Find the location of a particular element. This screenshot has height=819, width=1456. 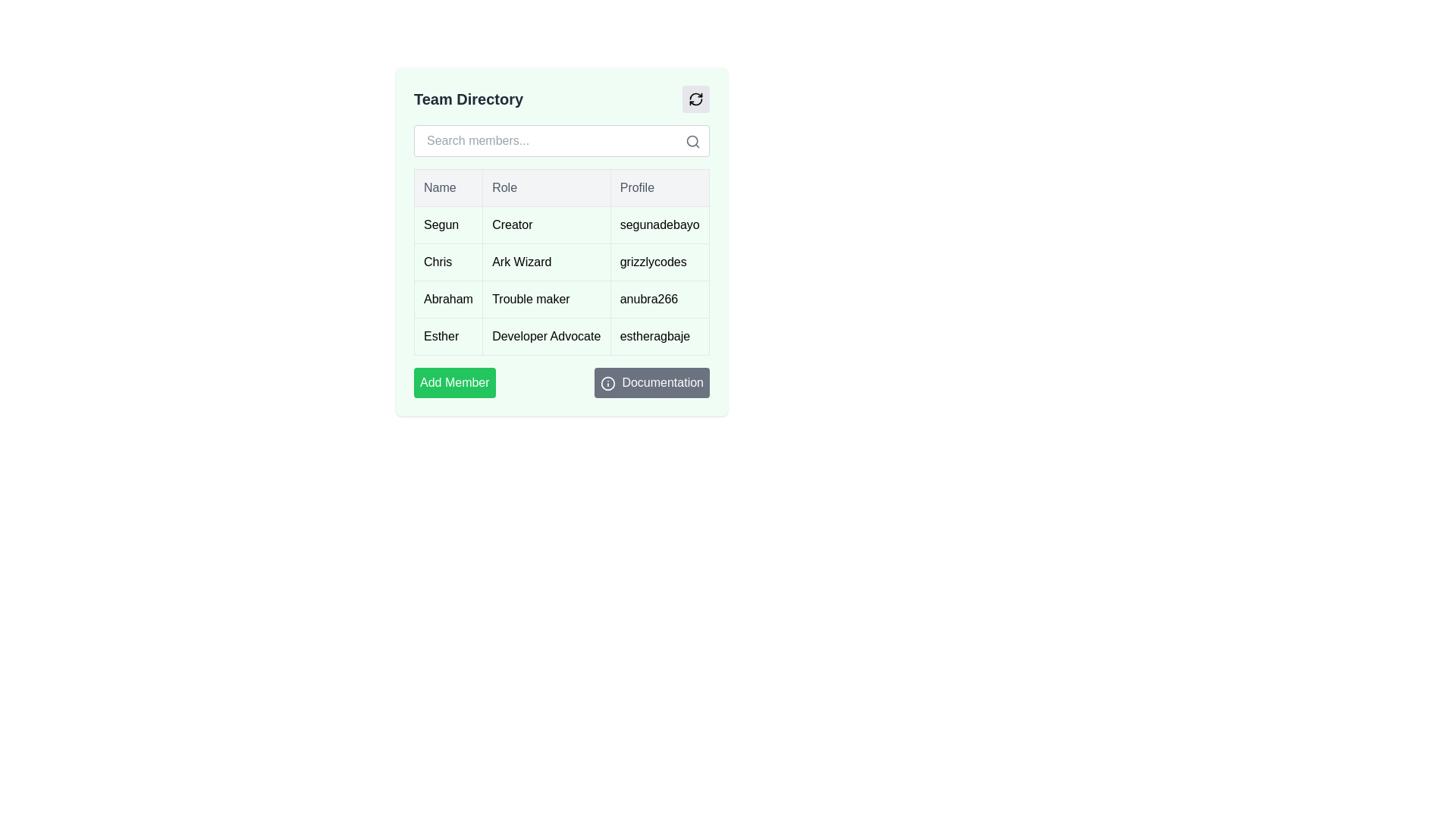

the non-interactive text label displaying the role information 'Trouble maker' located in the second column of the third row of the table, adjacent to the name 'Abraham' is located at coordinates (546, 299).